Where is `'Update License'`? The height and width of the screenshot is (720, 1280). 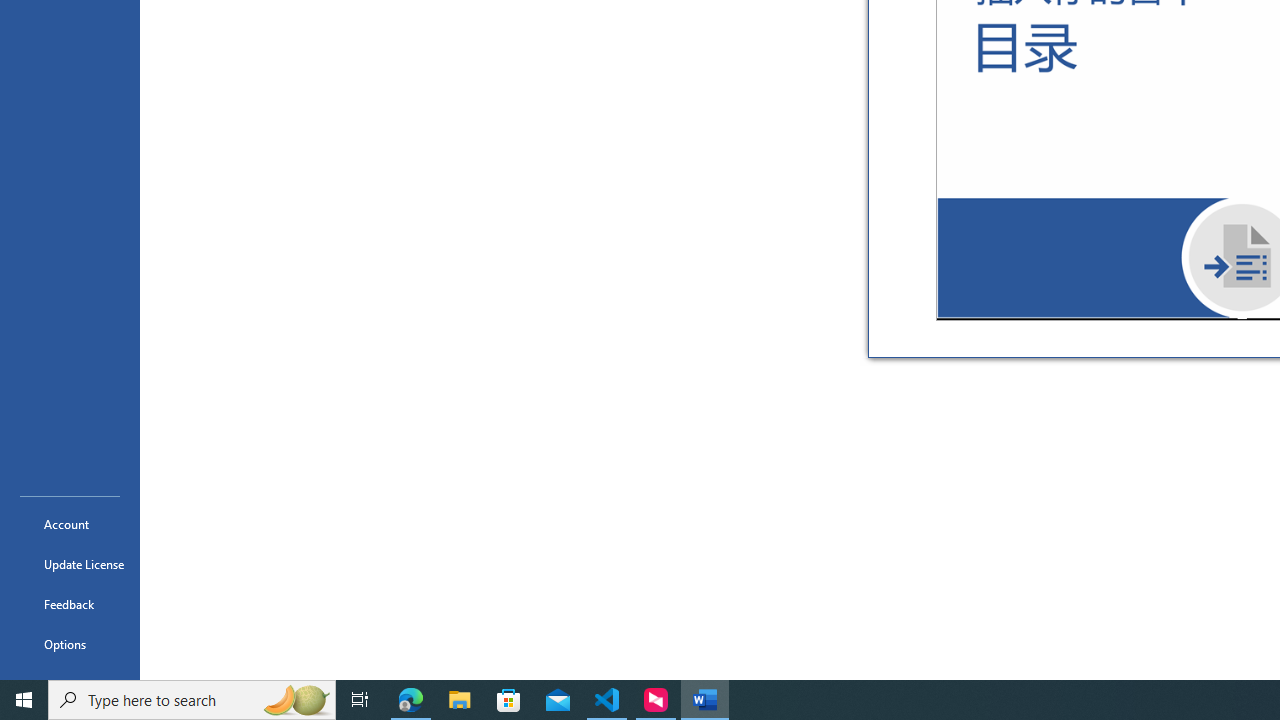 'Update License' is located at coordinates (69, 564).